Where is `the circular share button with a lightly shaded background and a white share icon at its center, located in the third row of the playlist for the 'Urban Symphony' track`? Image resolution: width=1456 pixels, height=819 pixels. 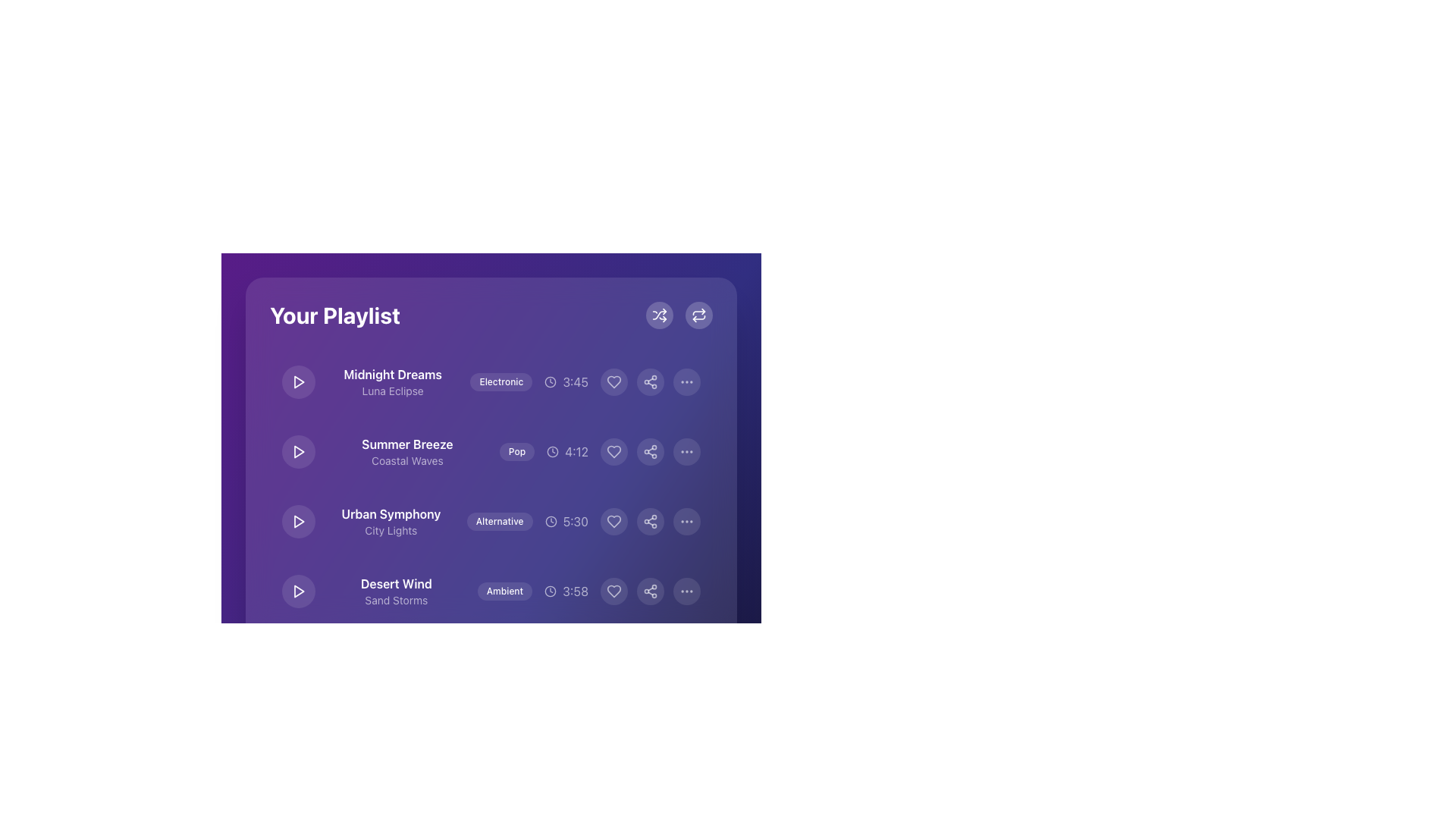 the circular share button with a lightly shaded background and a white share icon at its center, located in the third row of the playlist for the 'Urban Symphony' track is located at coordinates (651, 520).